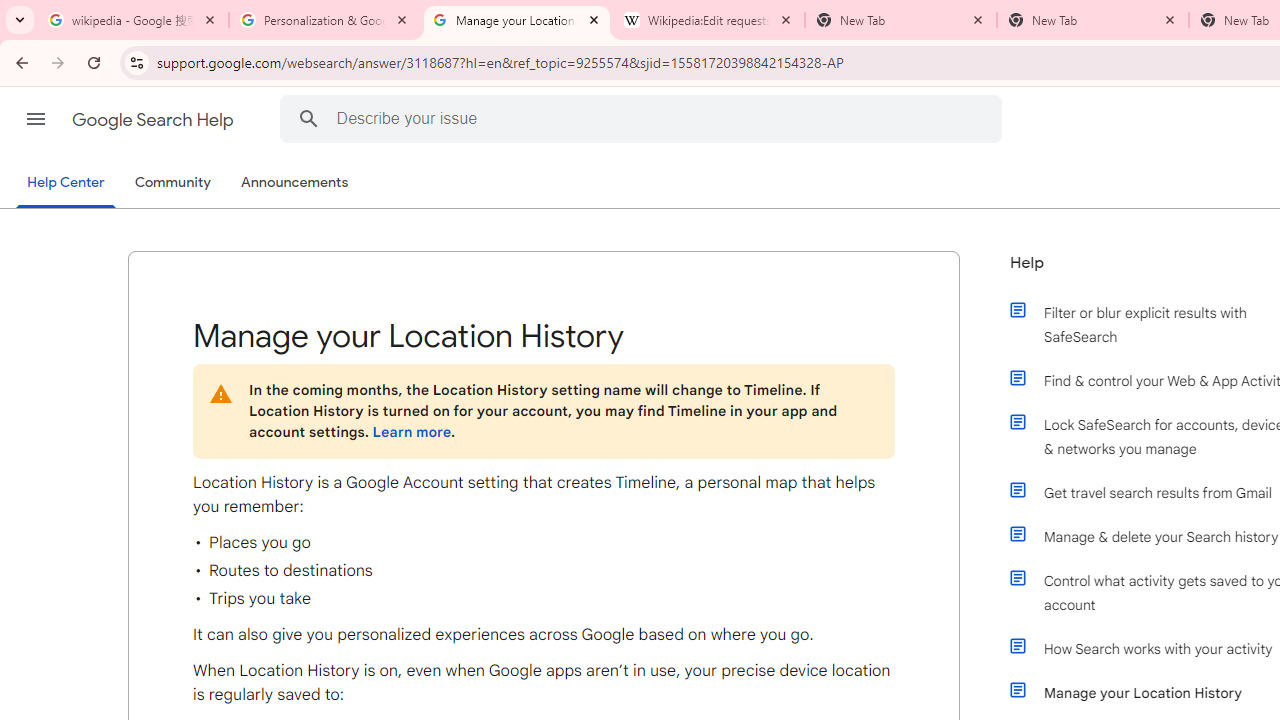 This screenshot has width=1280, height=720. What do you see at coordinates (643, 118) in the screenshot?
I see `'Describe your issue'` at bounding box center [643, 118].